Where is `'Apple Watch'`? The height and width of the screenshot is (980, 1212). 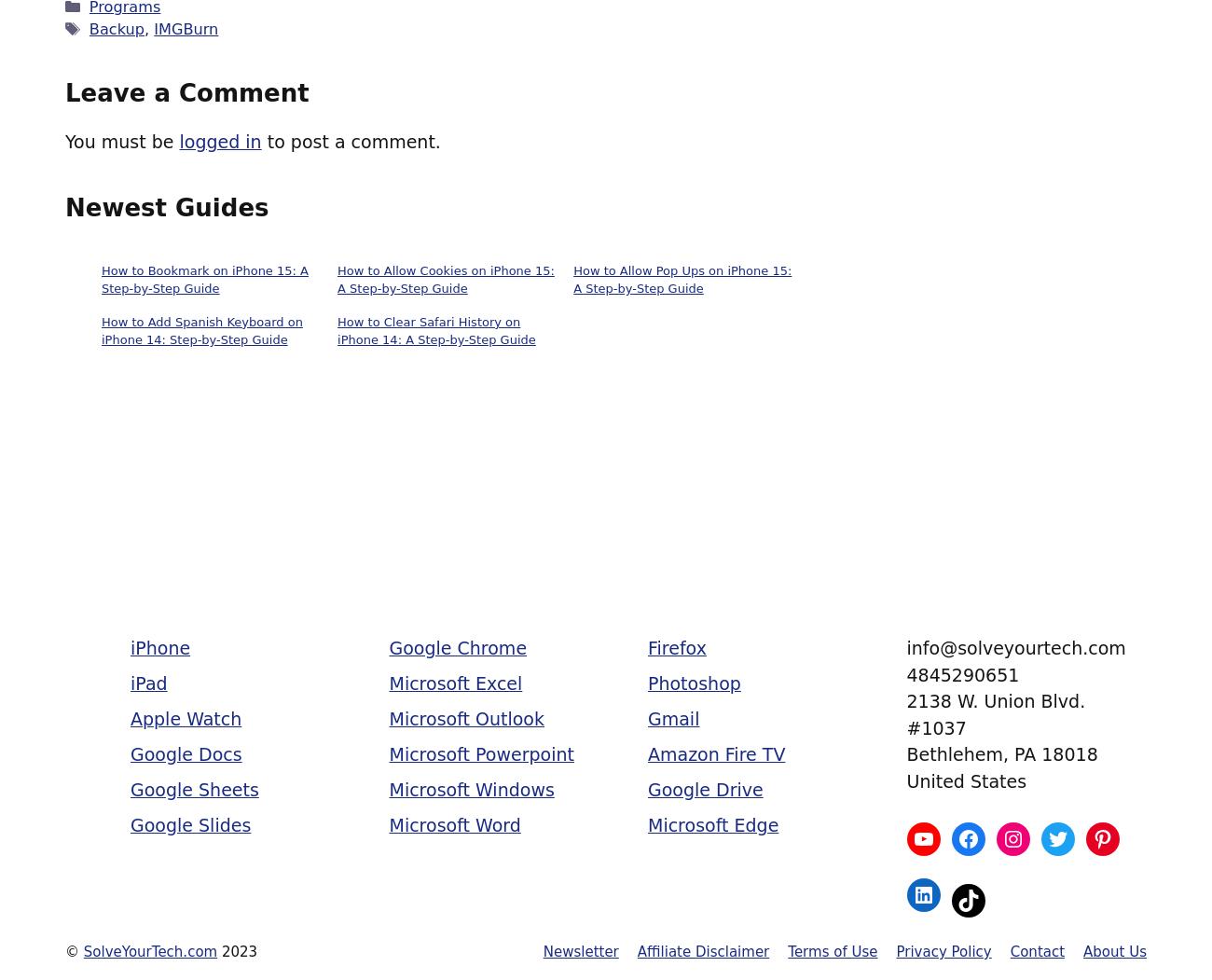 'Apple Watch' is located at coordinates (186, 718).